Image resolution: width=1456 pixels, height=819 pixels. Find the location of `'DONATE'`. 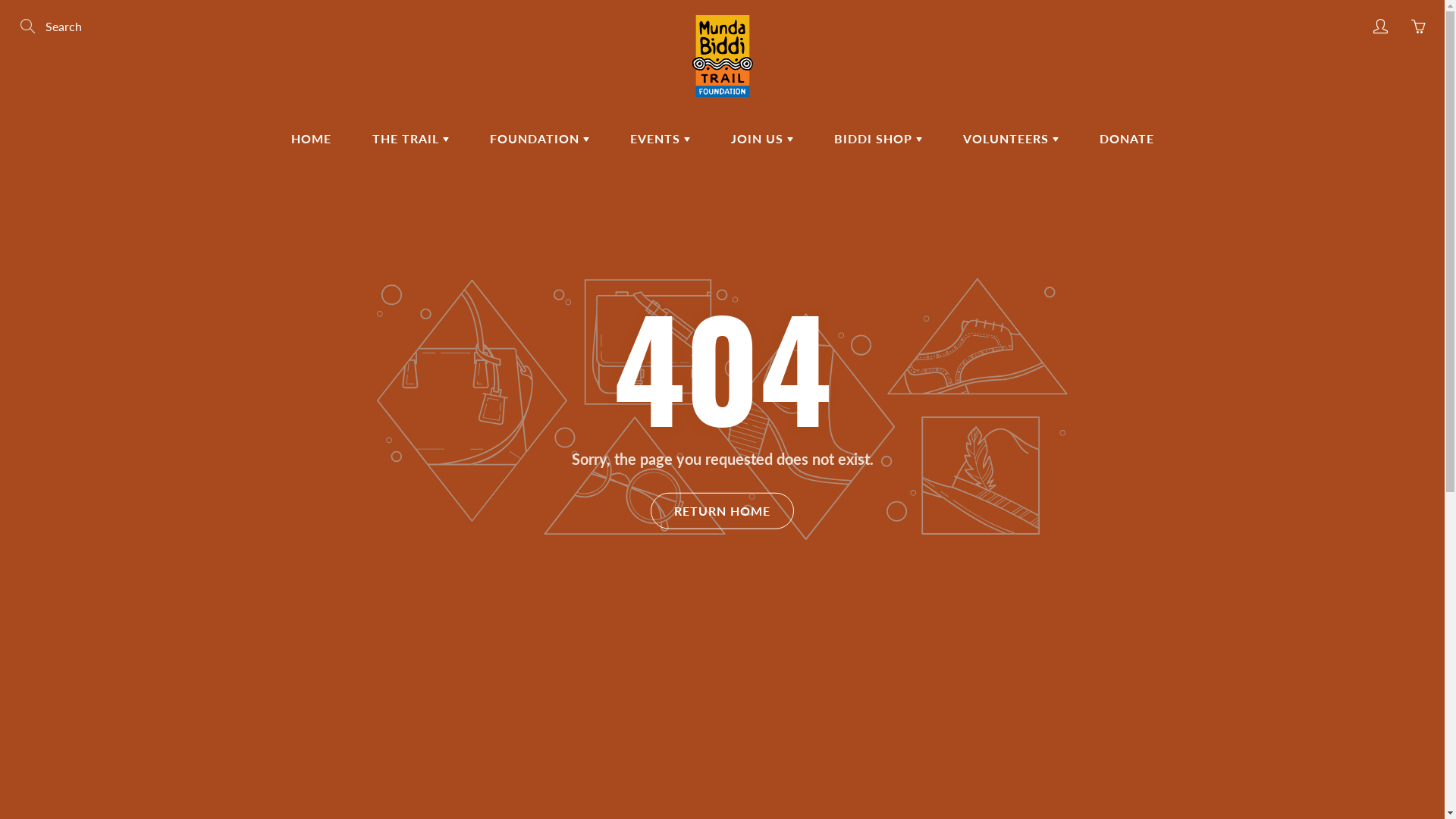

'DONATE' is located at coordinates (1125, 138).